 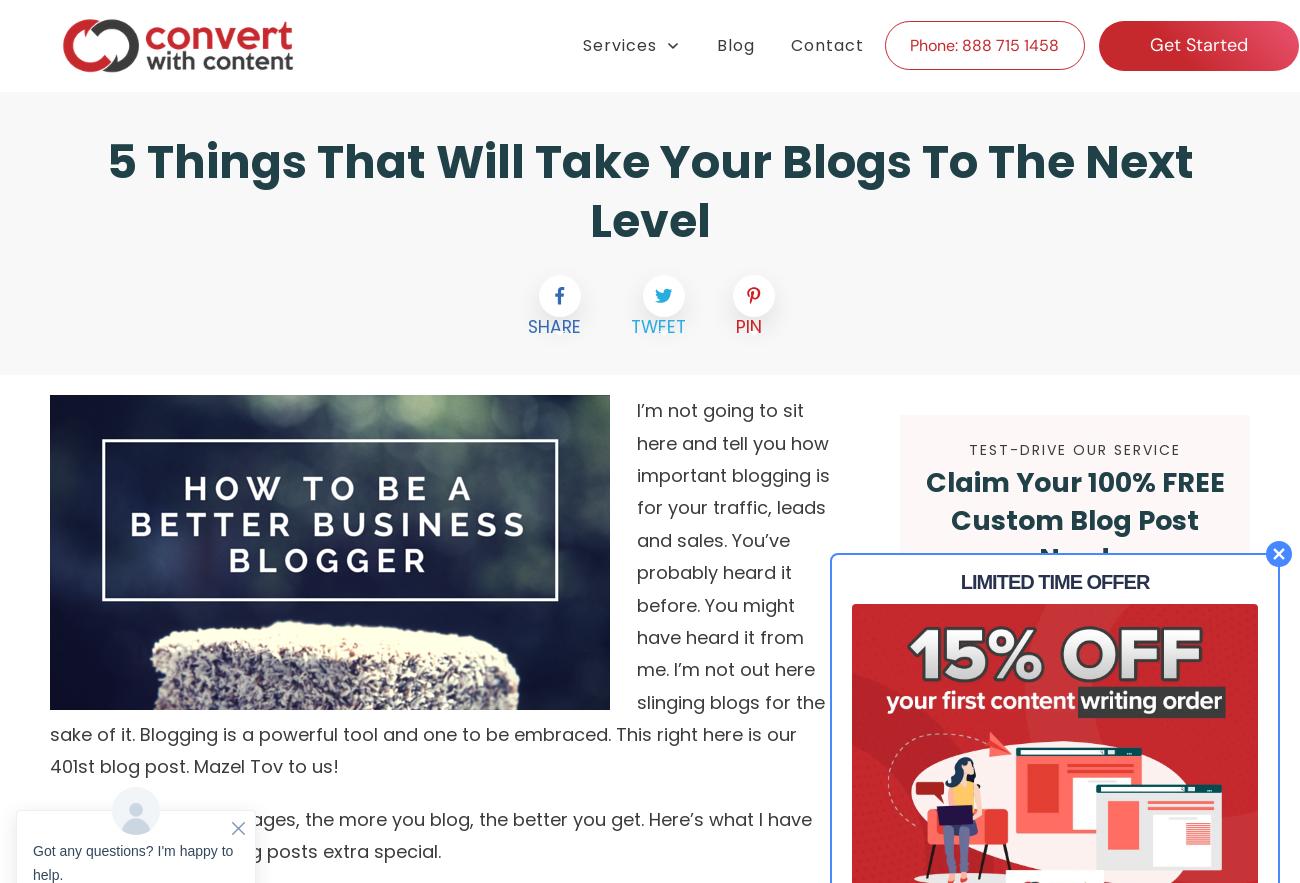 I want to click on 'Blog', so click(x=716, y=43).